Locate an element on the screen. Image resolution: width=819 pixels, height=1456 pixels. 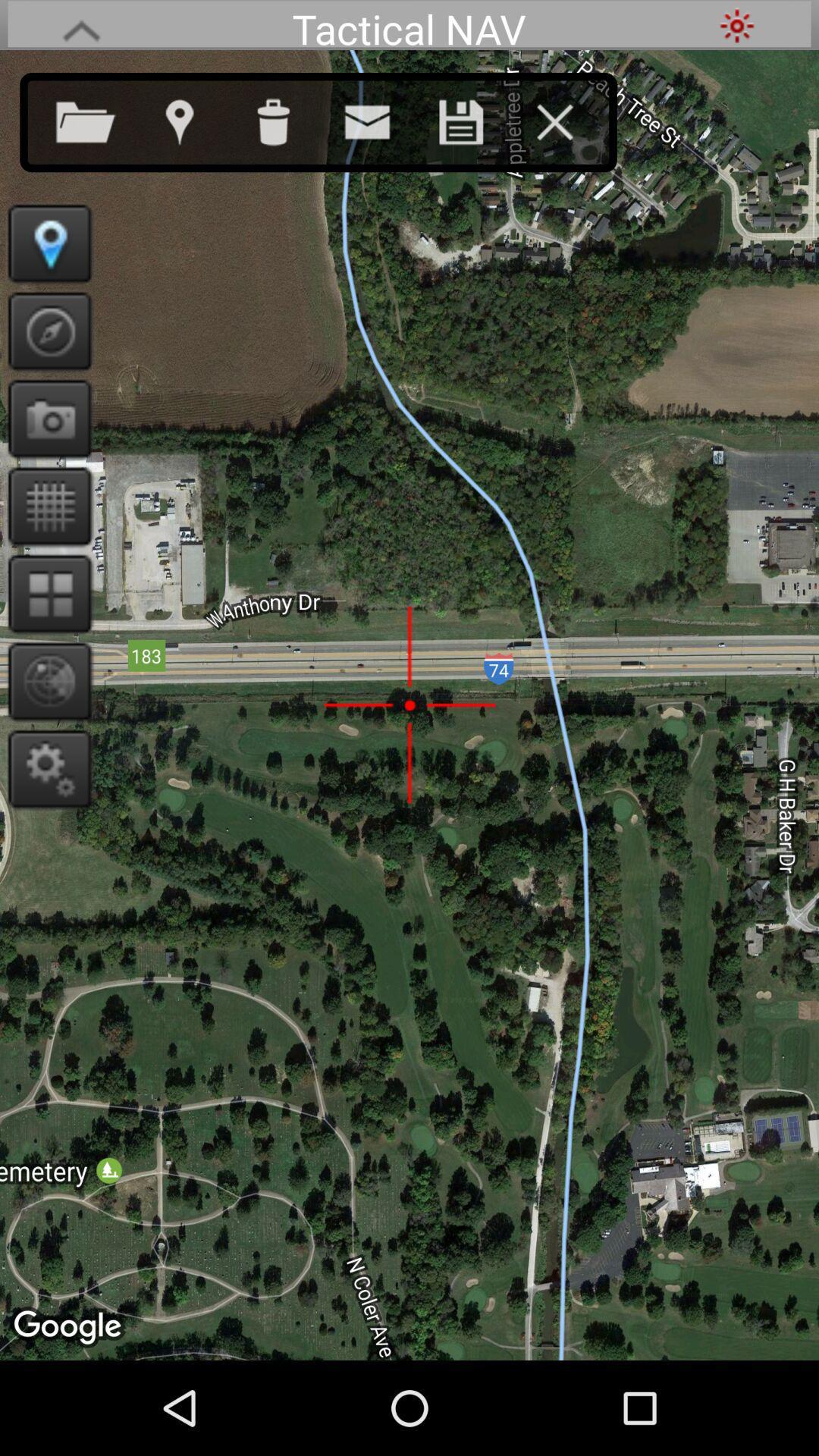
send in e-mail is located at coordinates (381, 118).